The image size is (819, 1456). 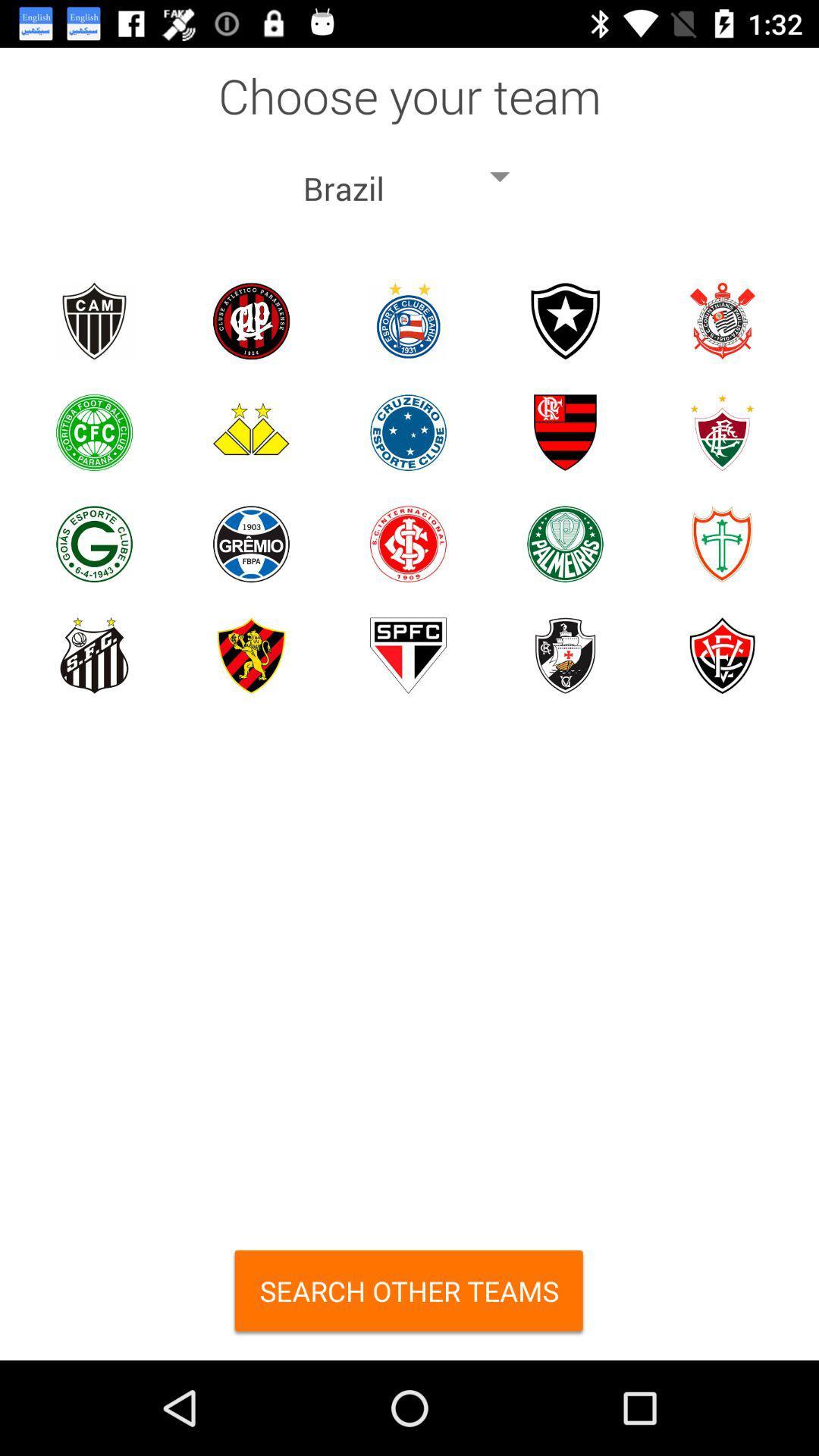 What do you see at coordinates (565, 655) in the screenshot?
I see `team selection` at bounding box center [565, 655].